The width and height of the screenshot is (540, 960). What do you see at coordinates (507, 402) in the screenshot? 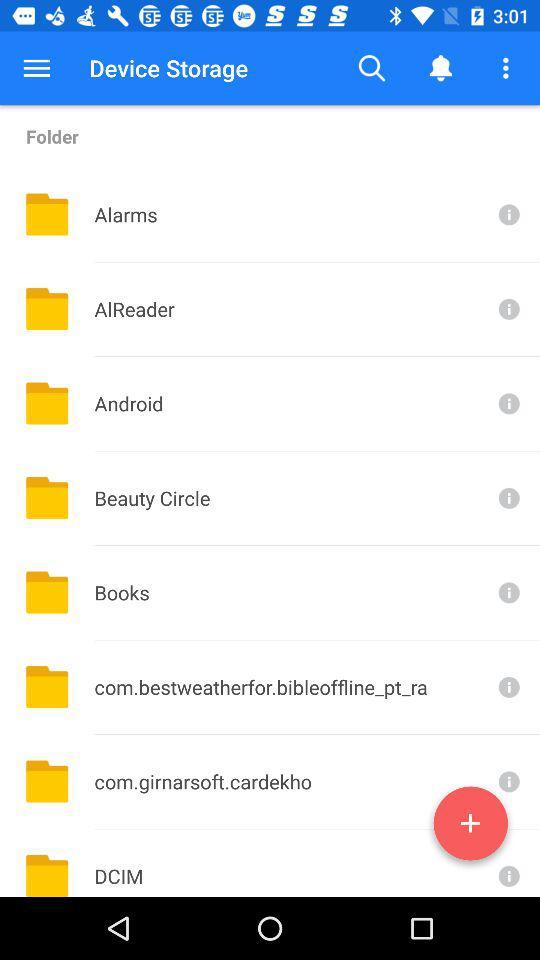
I see `android folder info` at bounding box center [507, 402].